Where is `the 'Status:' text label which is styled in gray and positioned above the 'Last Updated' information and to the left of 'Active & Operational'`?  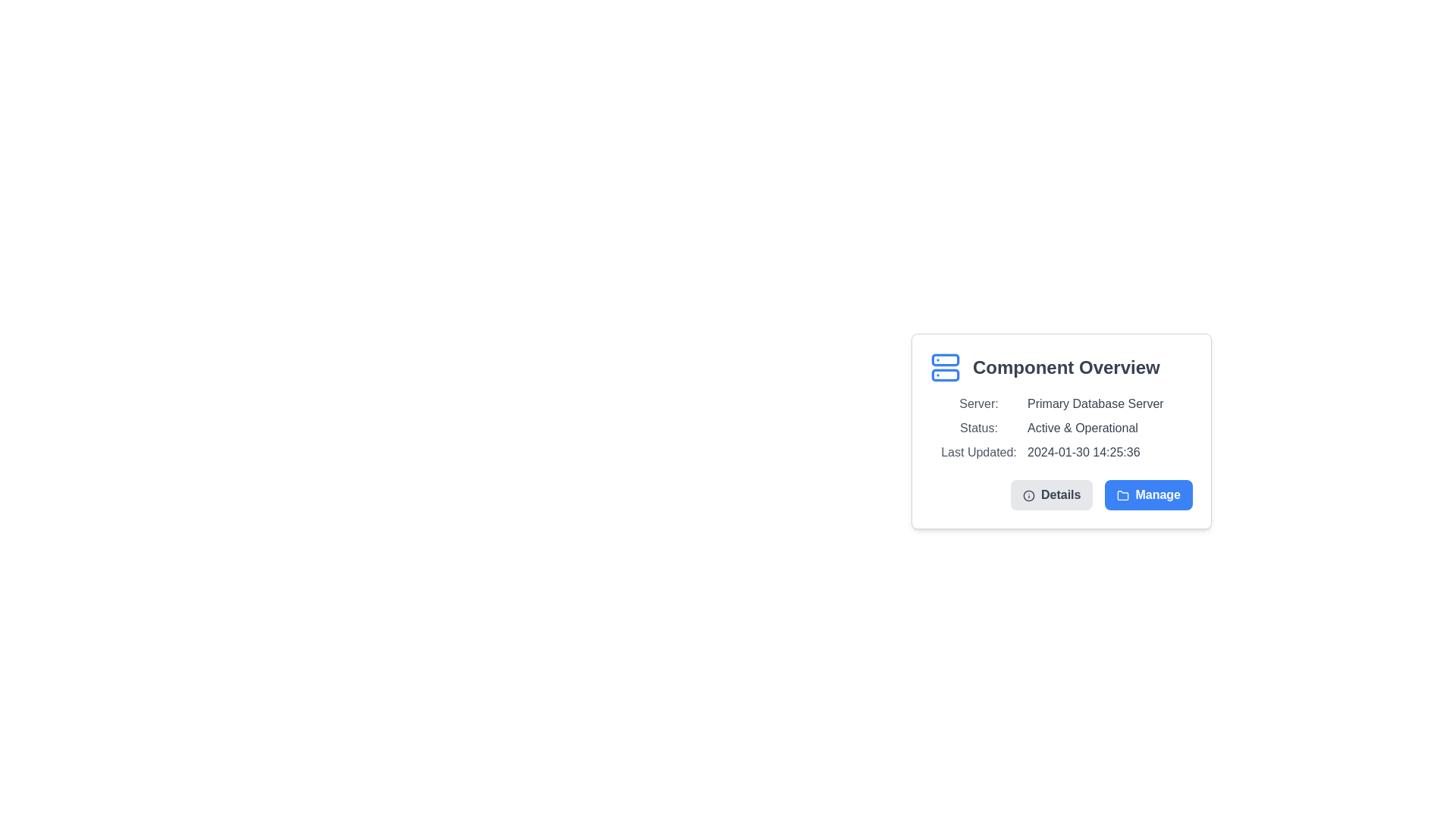 the 'Status:' text label which is styled in gray and positioned above the 'Last Updated' information and to the left of 'Active & Operational' is located at coordinates (979, 428).